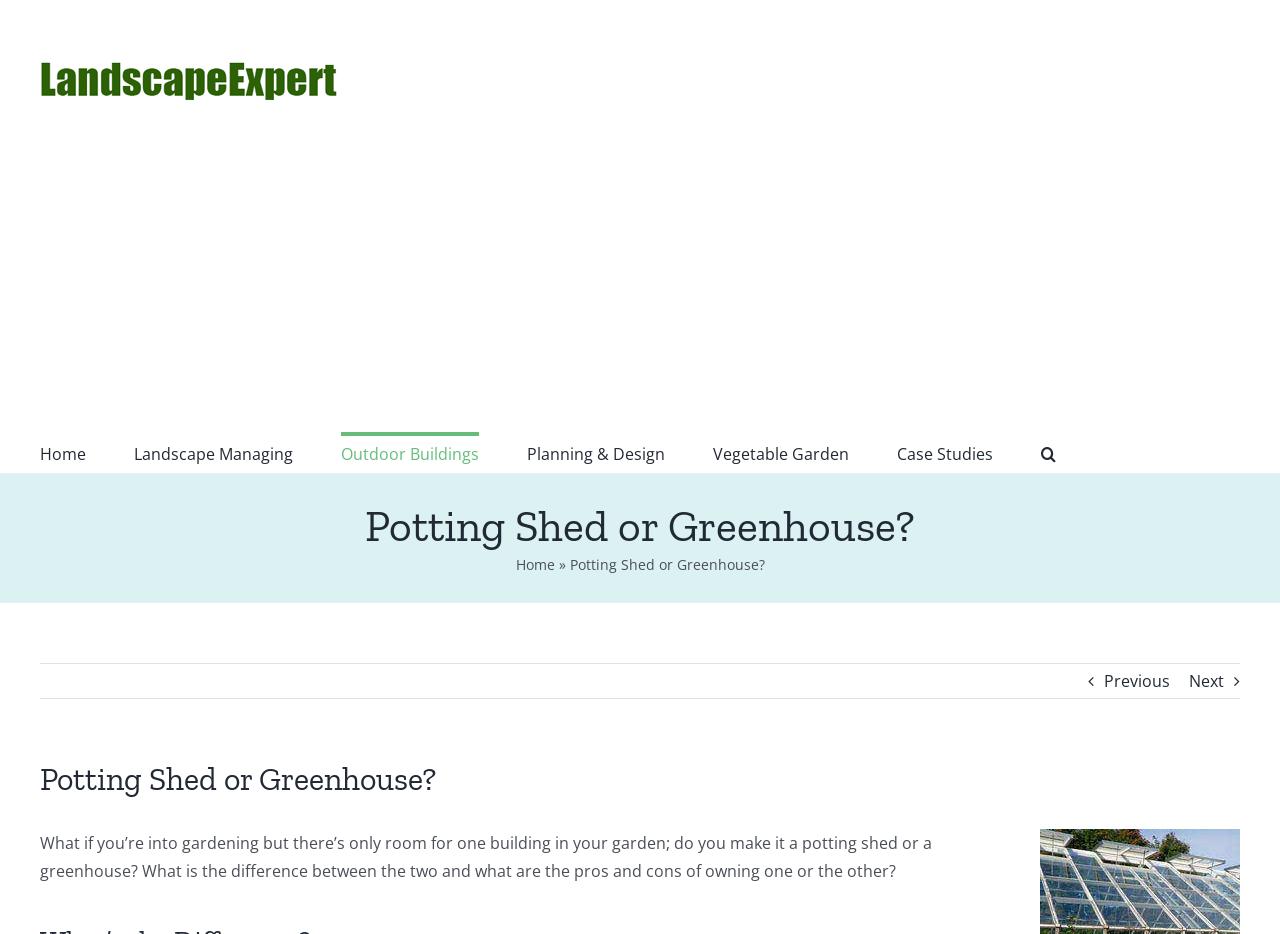 The width and height of the screenshot is (1280, 934). I want to click on 'Planning & Design', so click(594, 454).